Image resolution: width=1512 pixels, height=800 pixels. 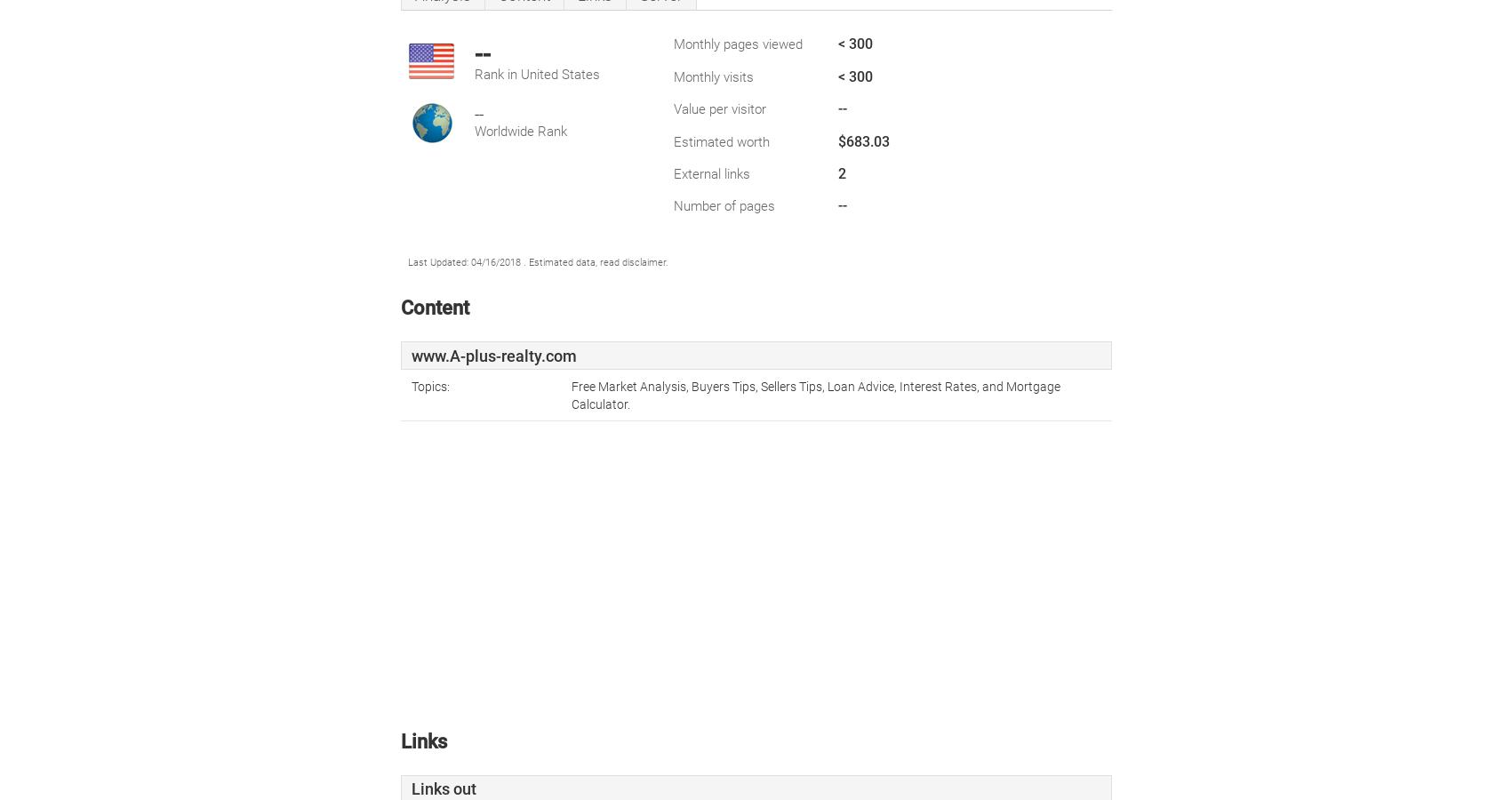 What do you see at coordinates (713, 76) in the screenshot?
I see `'Monthly visits'` at bounding box center [713, 76].